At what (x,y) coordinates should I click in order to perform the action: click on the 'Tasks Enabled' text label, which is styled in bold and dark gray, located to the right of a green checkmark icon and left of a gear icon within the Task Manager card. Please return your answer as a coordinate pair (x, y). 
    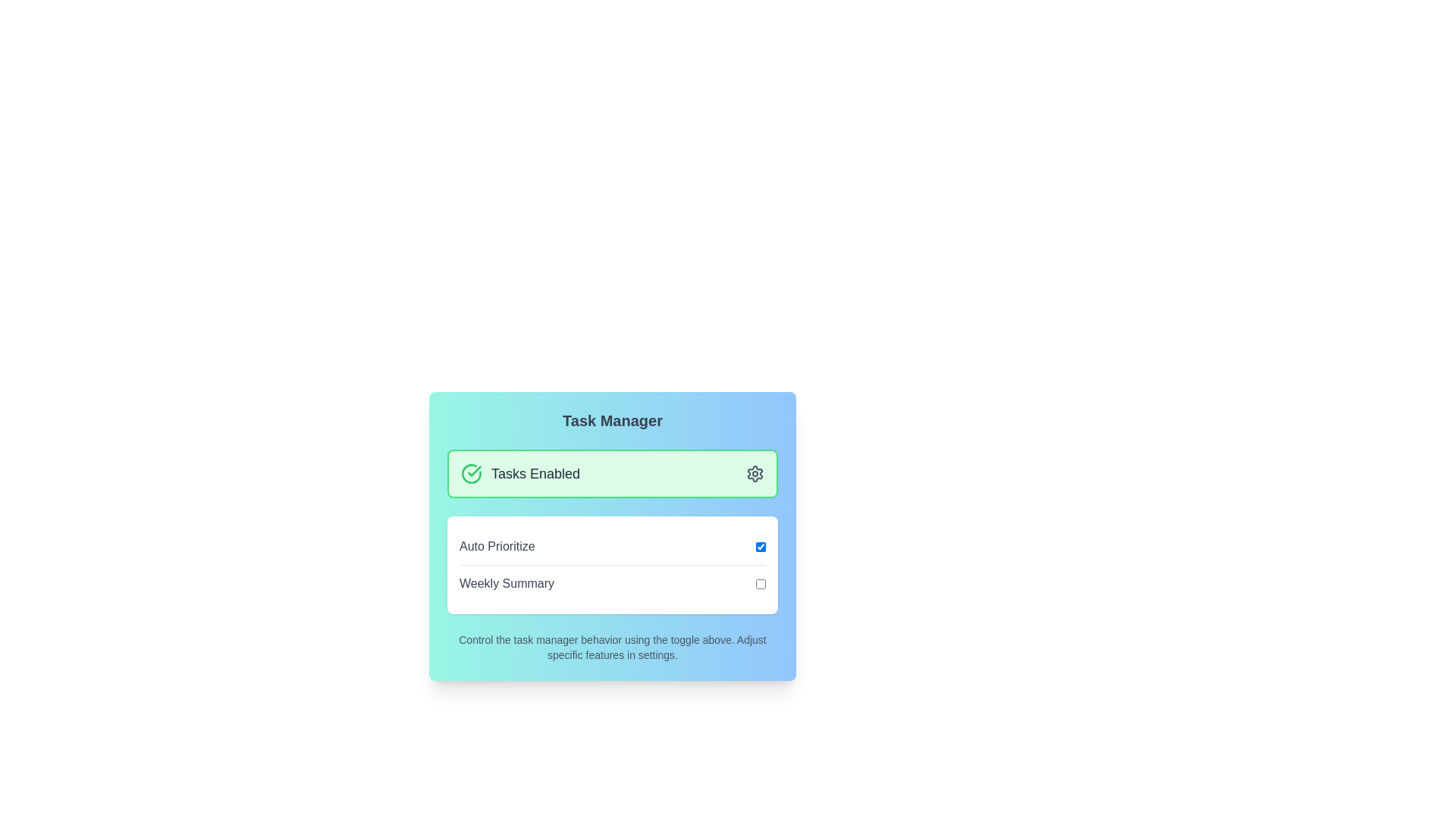
    Looking at the image, I should click on (535, 472).